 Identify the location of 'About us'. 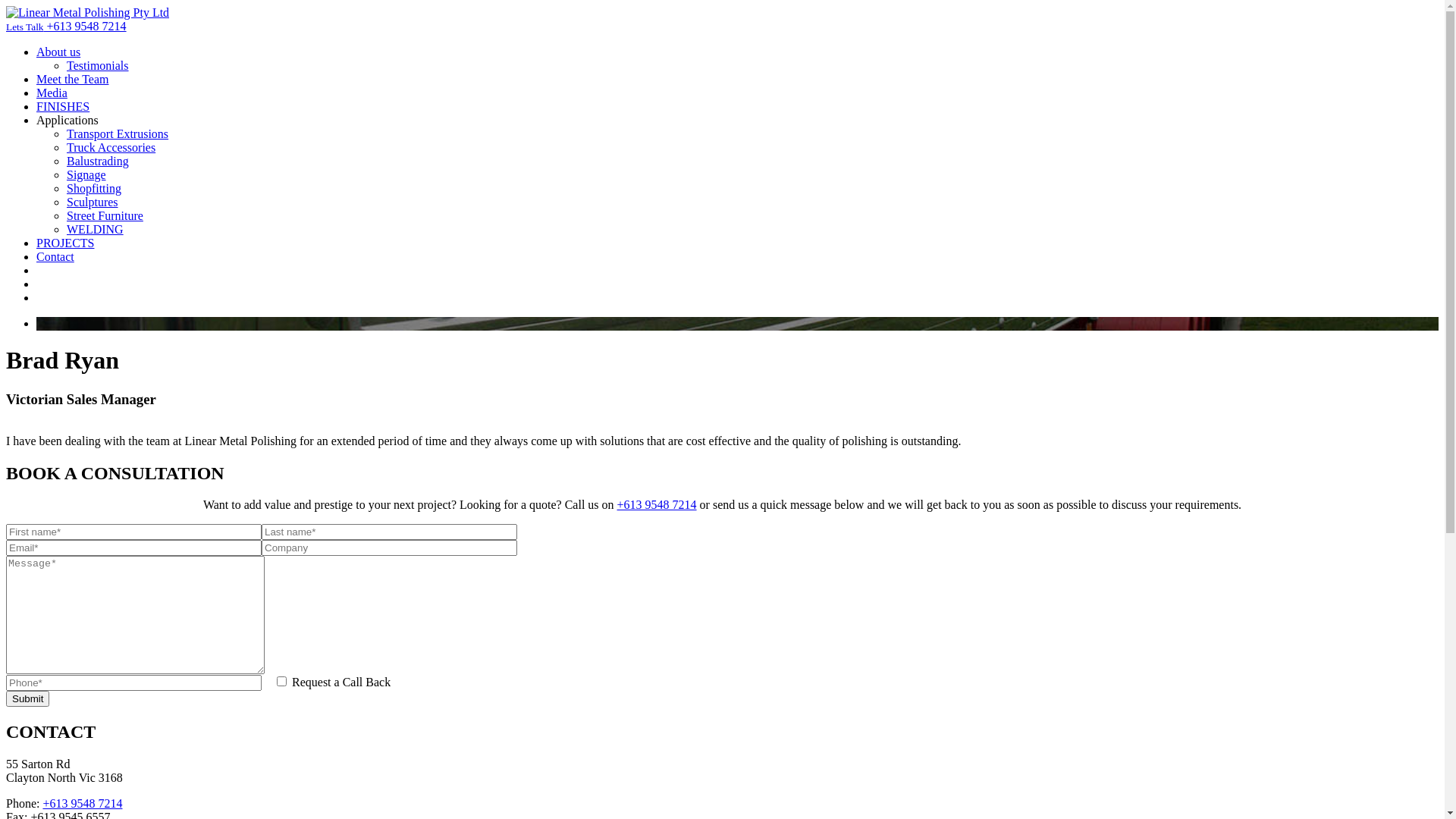
(58, 51).